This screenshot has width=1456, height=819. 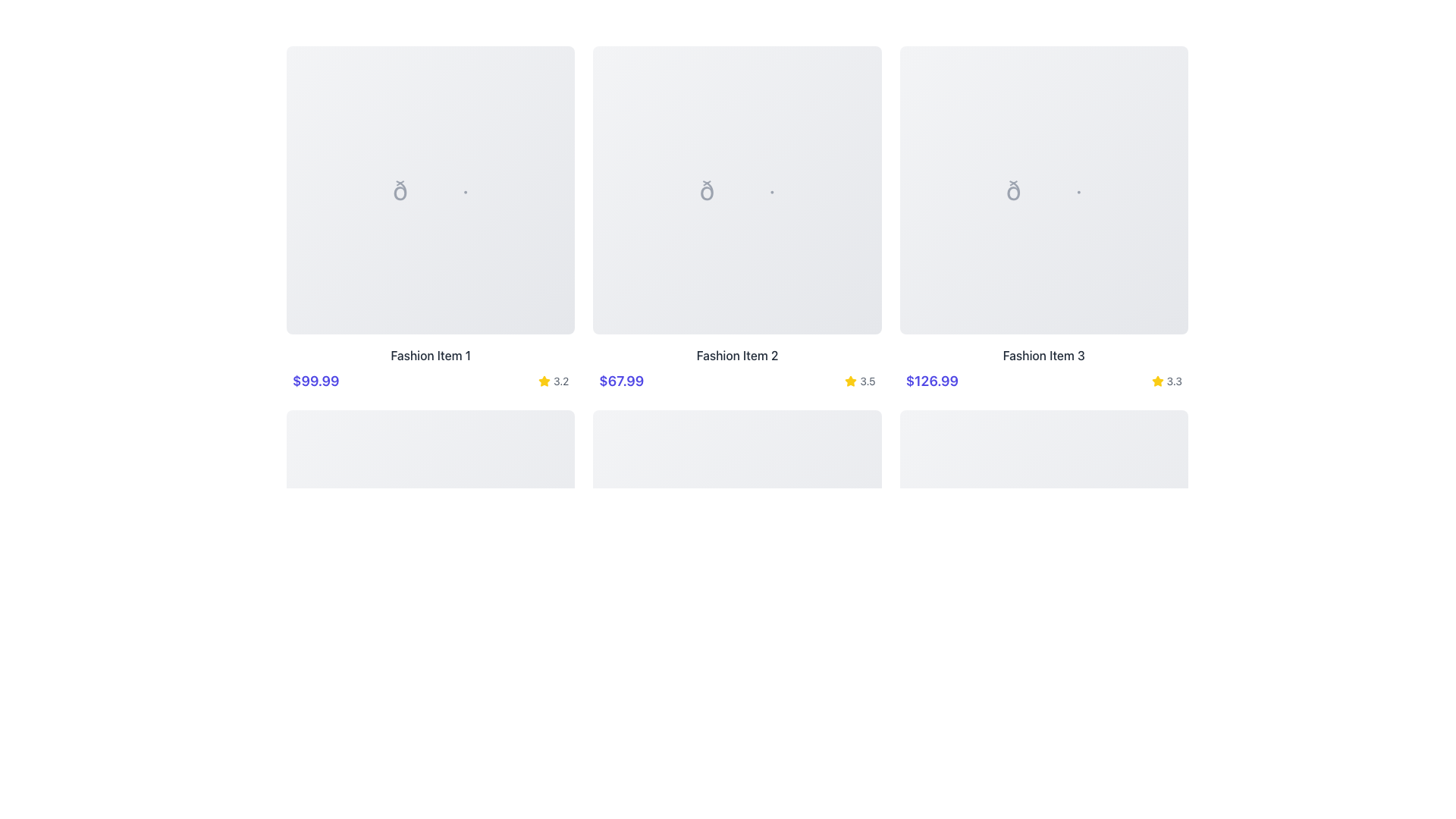 What do you see at coordinates (1043, 381) in the screenshot?
I see `the price or rating in the Composite element displaying the price '$126.99' and rating '3.3' with a star icon for additional actions` at bounding box center [1043, 381].